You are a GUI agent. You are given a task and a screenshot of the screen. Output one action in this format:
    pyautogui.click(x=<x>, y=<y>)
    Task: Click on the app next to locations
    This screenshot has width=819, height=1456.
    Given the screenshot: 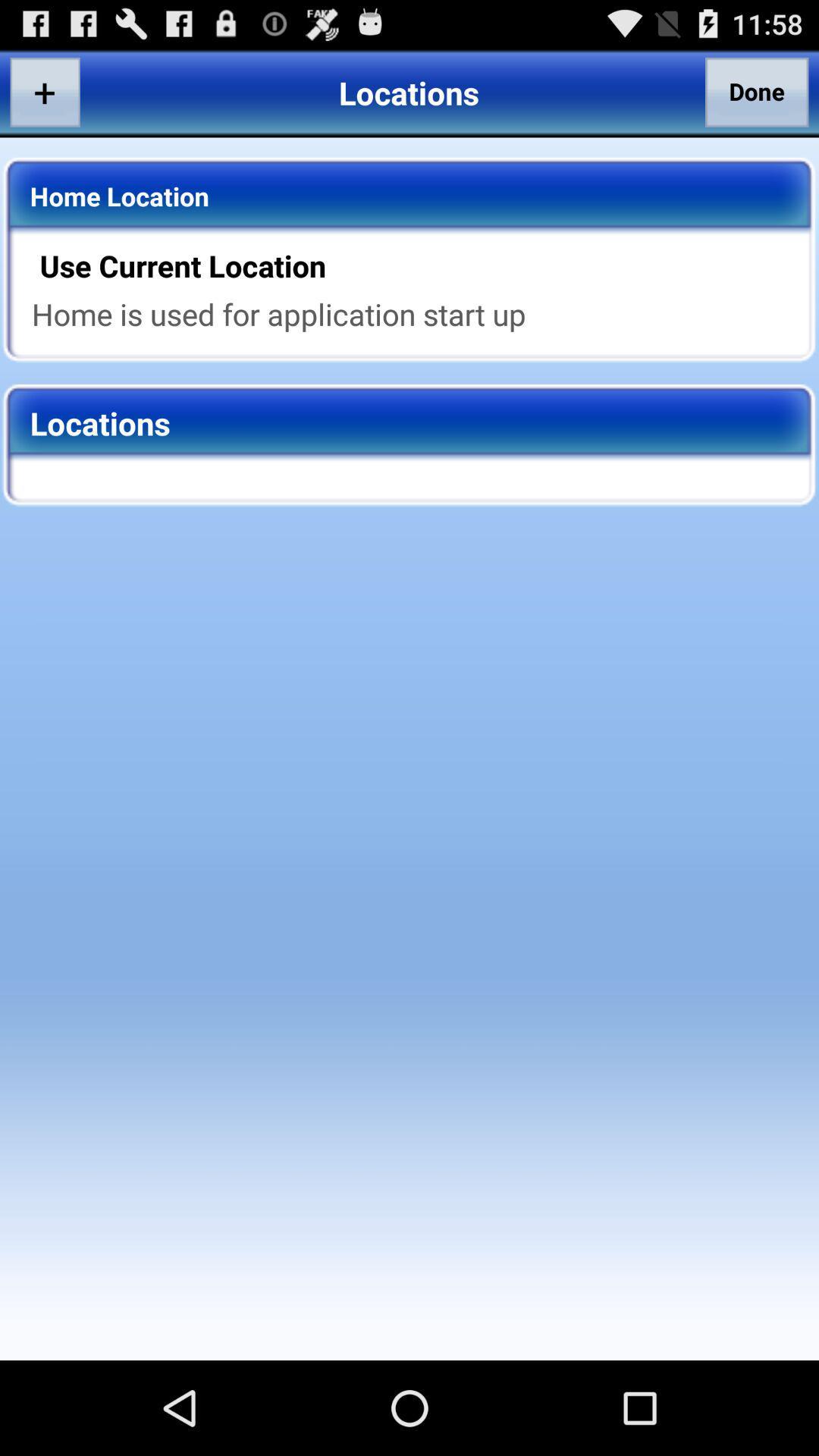 What is the action you would take?
    pyautogui.click(x=44, y=91)
    